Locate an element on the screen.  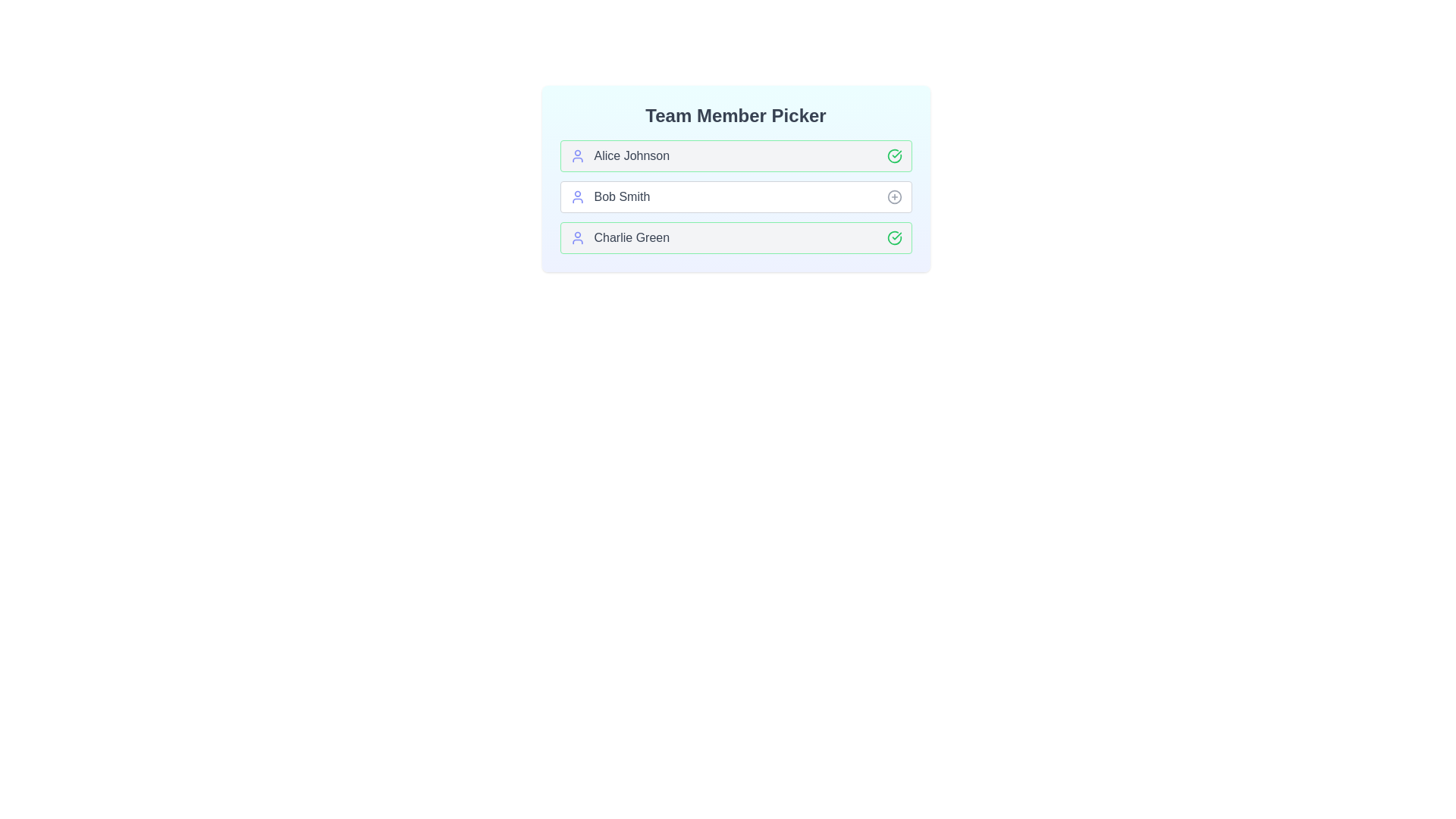
the team member identified by Charlie Green is located at coordinates (894, 237).